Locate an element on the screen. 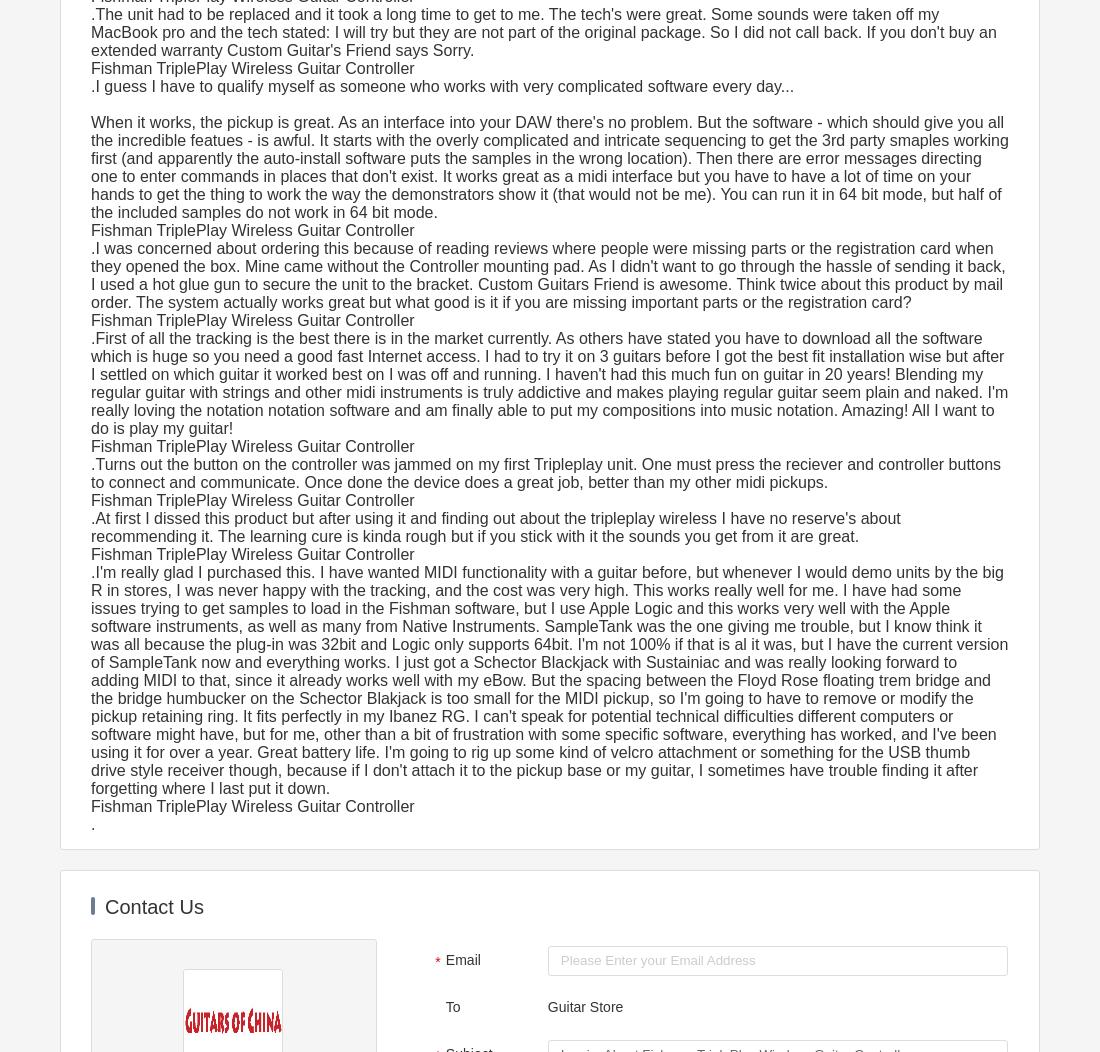 The height and width of the screenshot is (1052, 1100). '.At first I dissed this product but after using it and finding out about the tripleplay wireless I have no reserve's about recommending it. The learning cure is kinda rough but if you stick with it the sounds you get from it are great.' is located at coordinates (495, 527).